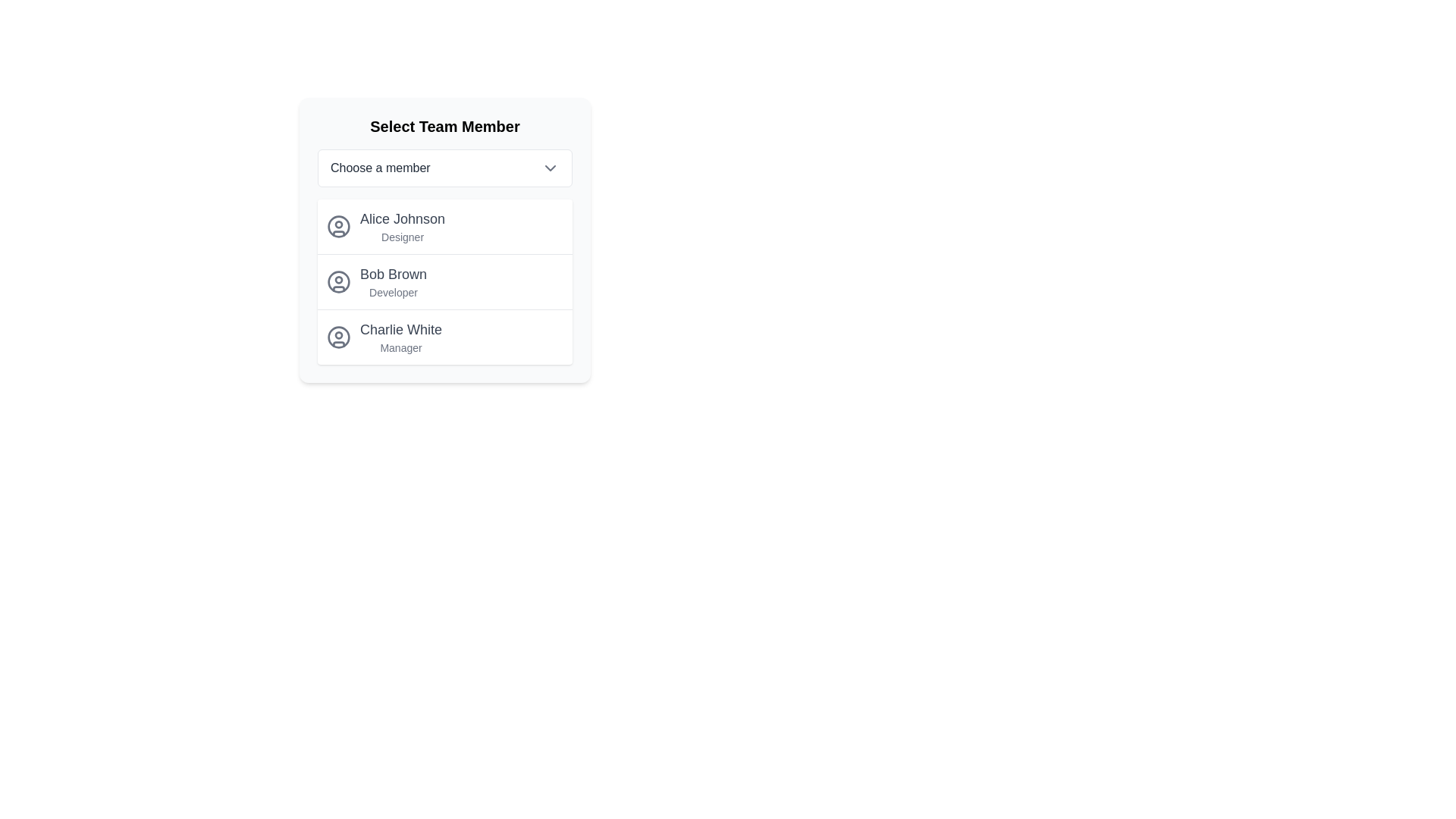  I want to click on text label 'Developer' which is a small light gray font positioned directly beneath the name 'Bob Brown' in the selection list of the 'Select Team Member' pop-up menu, so click(393, 292).